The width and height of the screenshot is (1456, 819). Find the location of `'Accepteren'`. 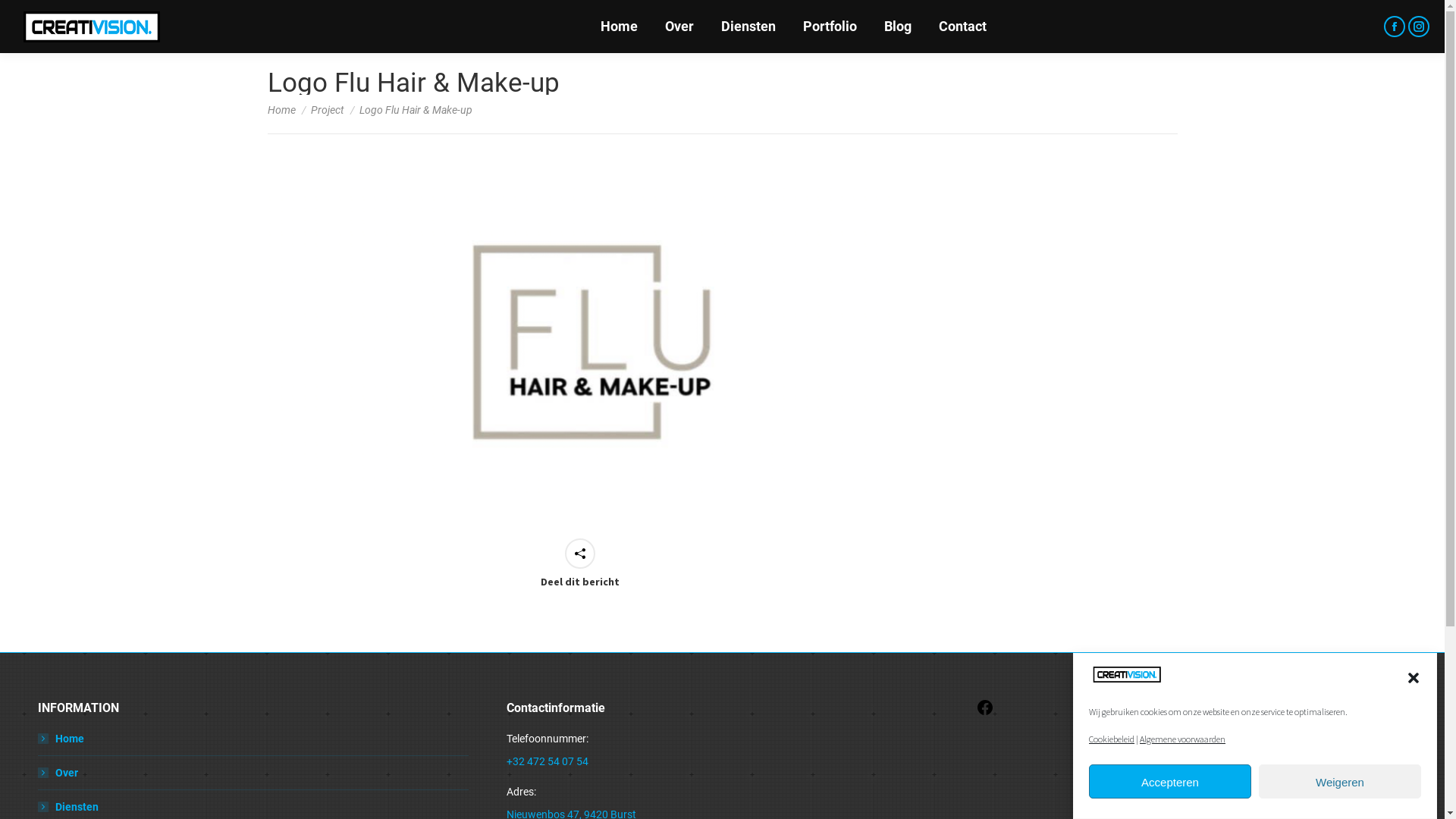

'Accepteren' is located at coordinates (1169, 782).